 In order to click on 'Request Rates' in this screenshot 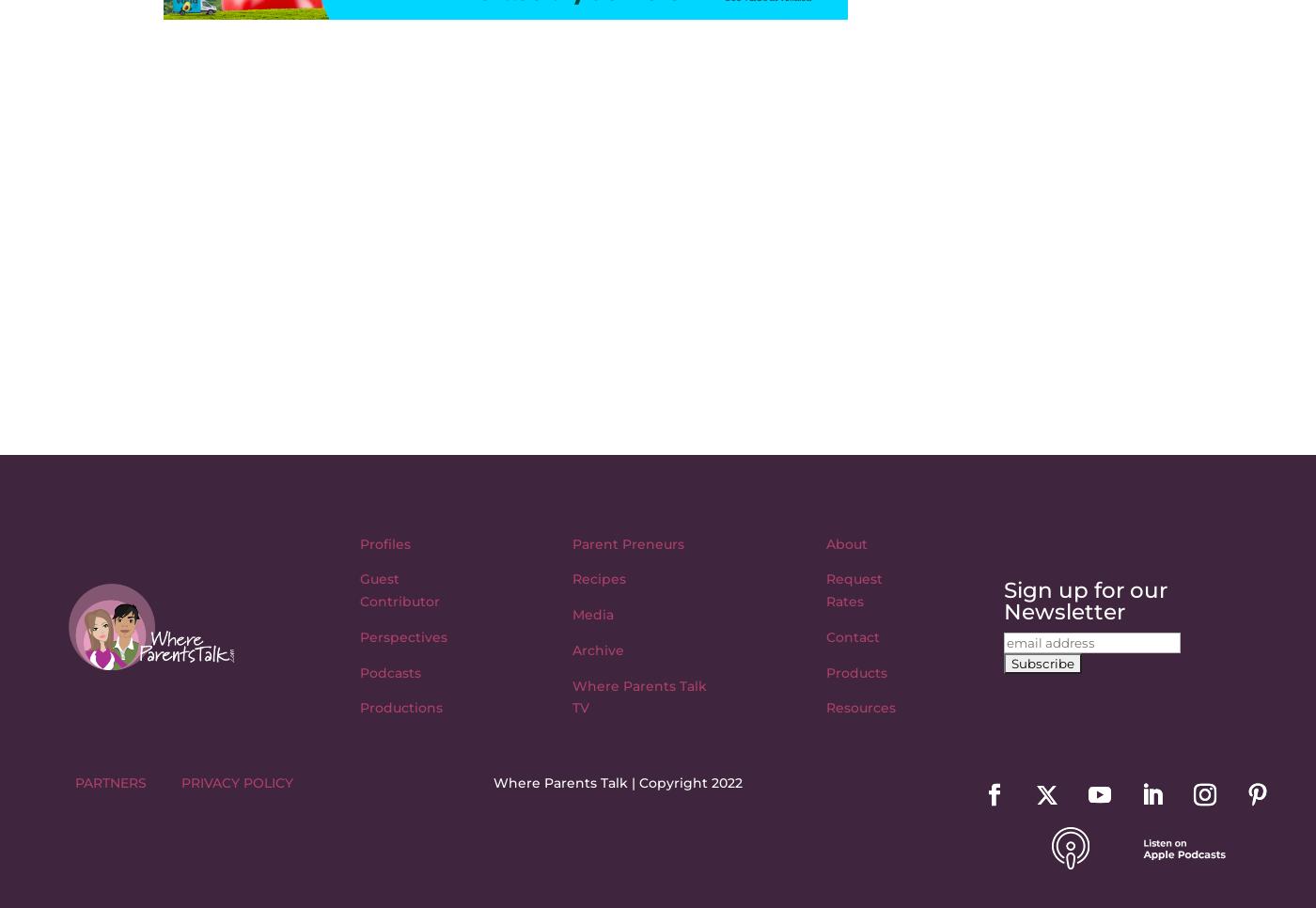, I will do `click(854, 588)`.